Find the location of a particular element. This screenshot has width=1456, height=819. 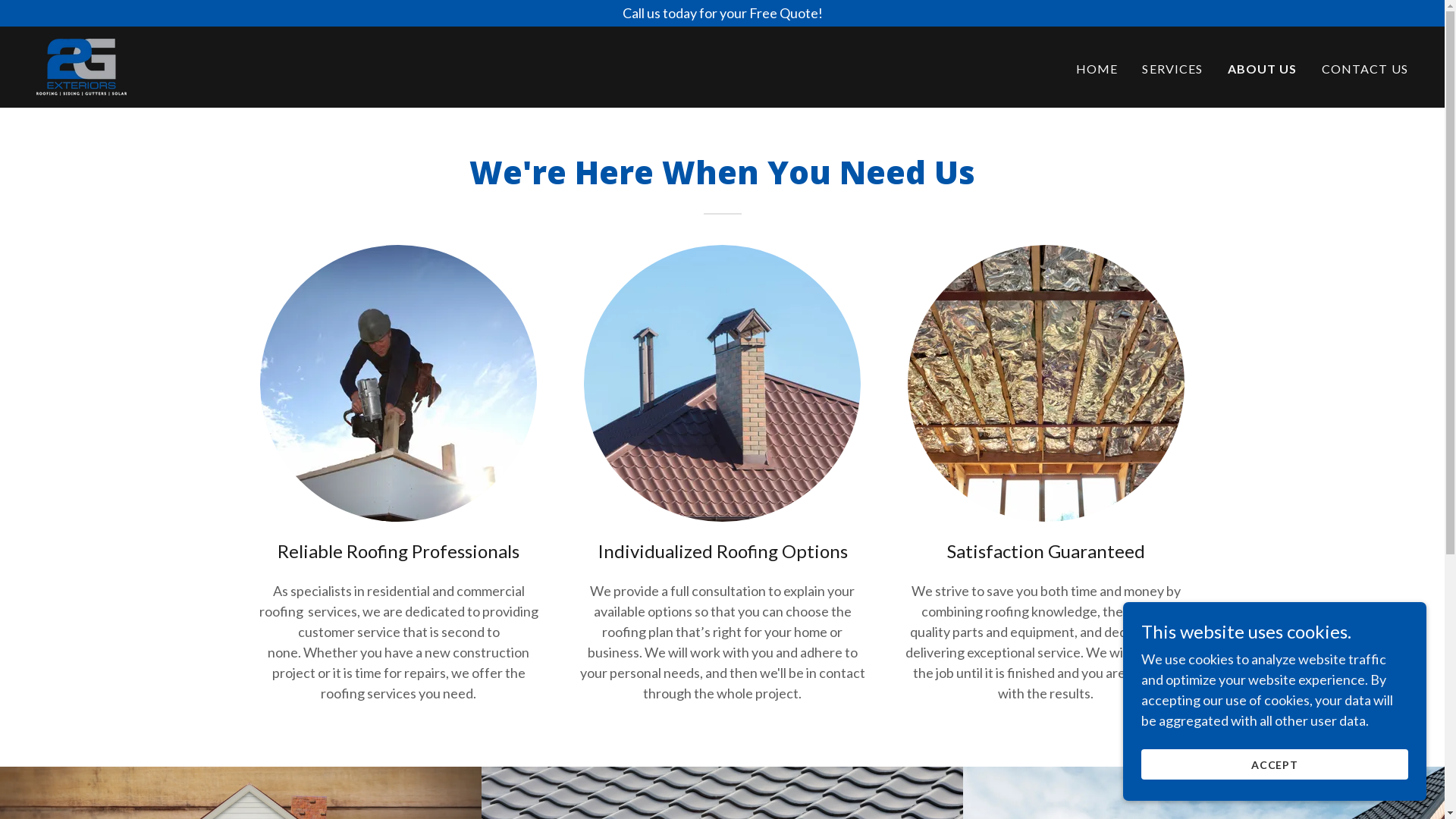

'ABOUT US' is located at coordinates (1263, 69).